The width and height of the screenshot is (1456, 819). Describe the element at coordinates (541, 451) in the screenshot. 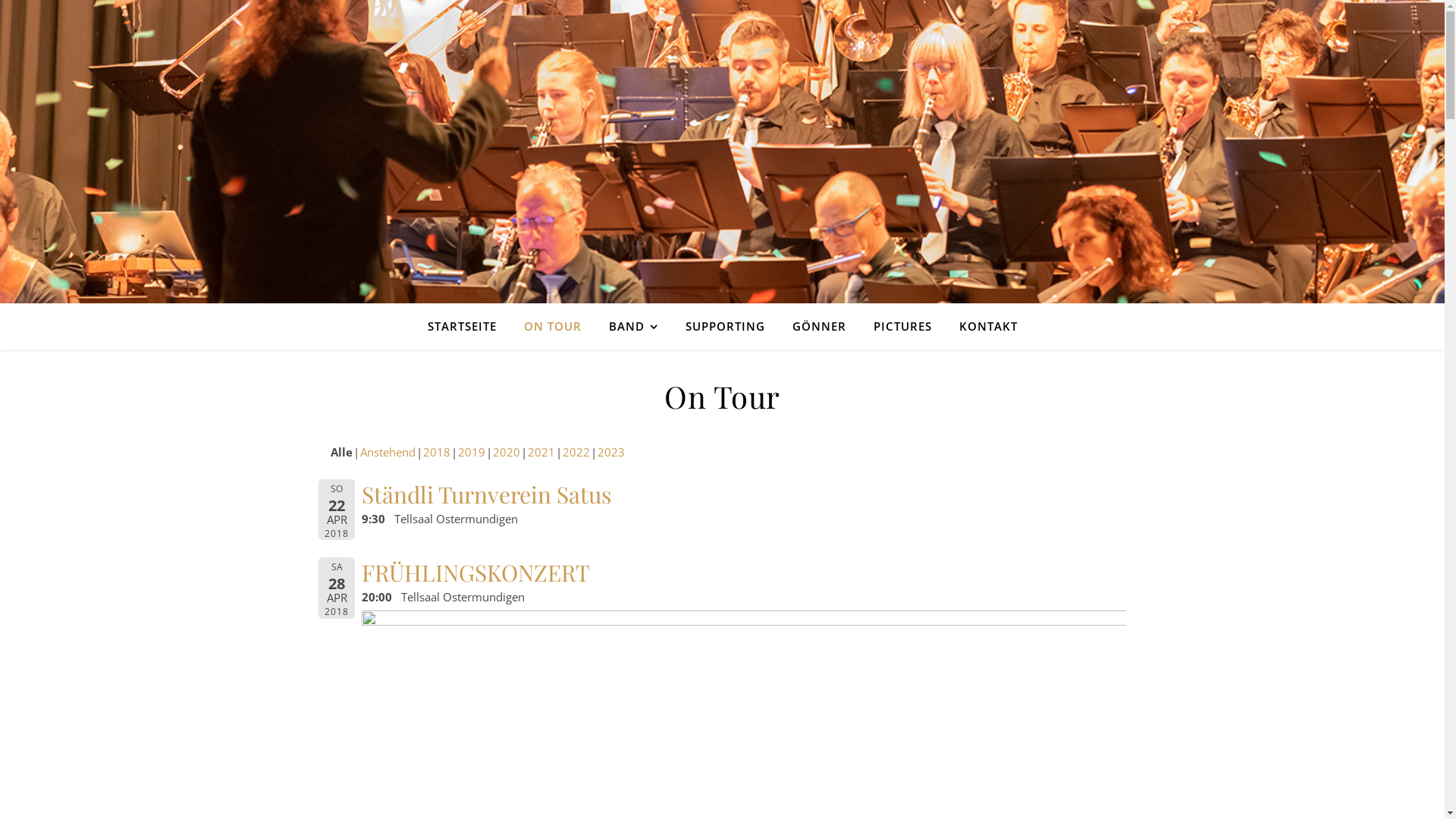

I see `'2021'` at that location.